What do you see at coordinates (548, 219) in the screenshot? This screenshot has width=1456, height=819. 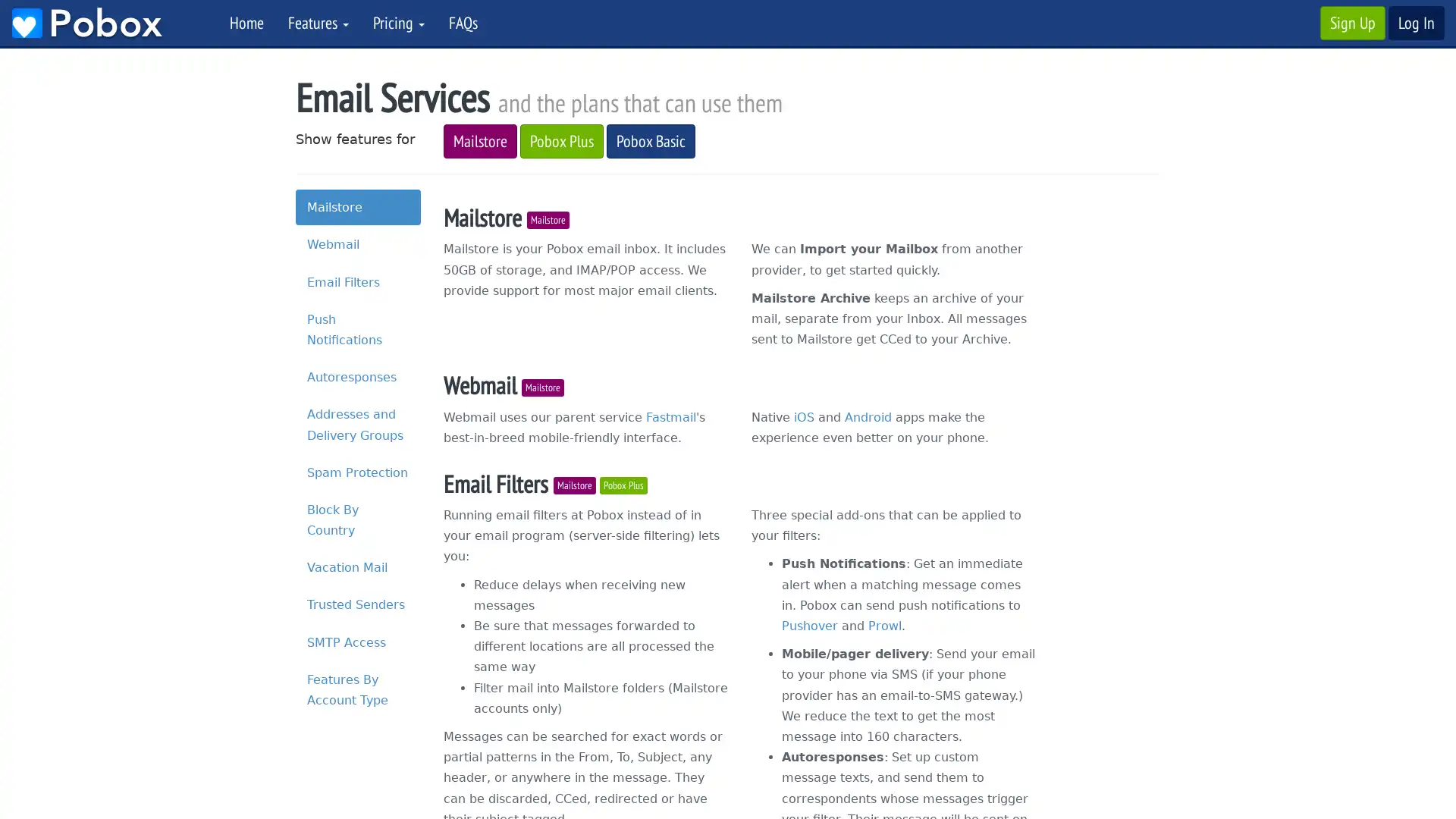 I see `Mailstore` at bounding box center [548, 219].